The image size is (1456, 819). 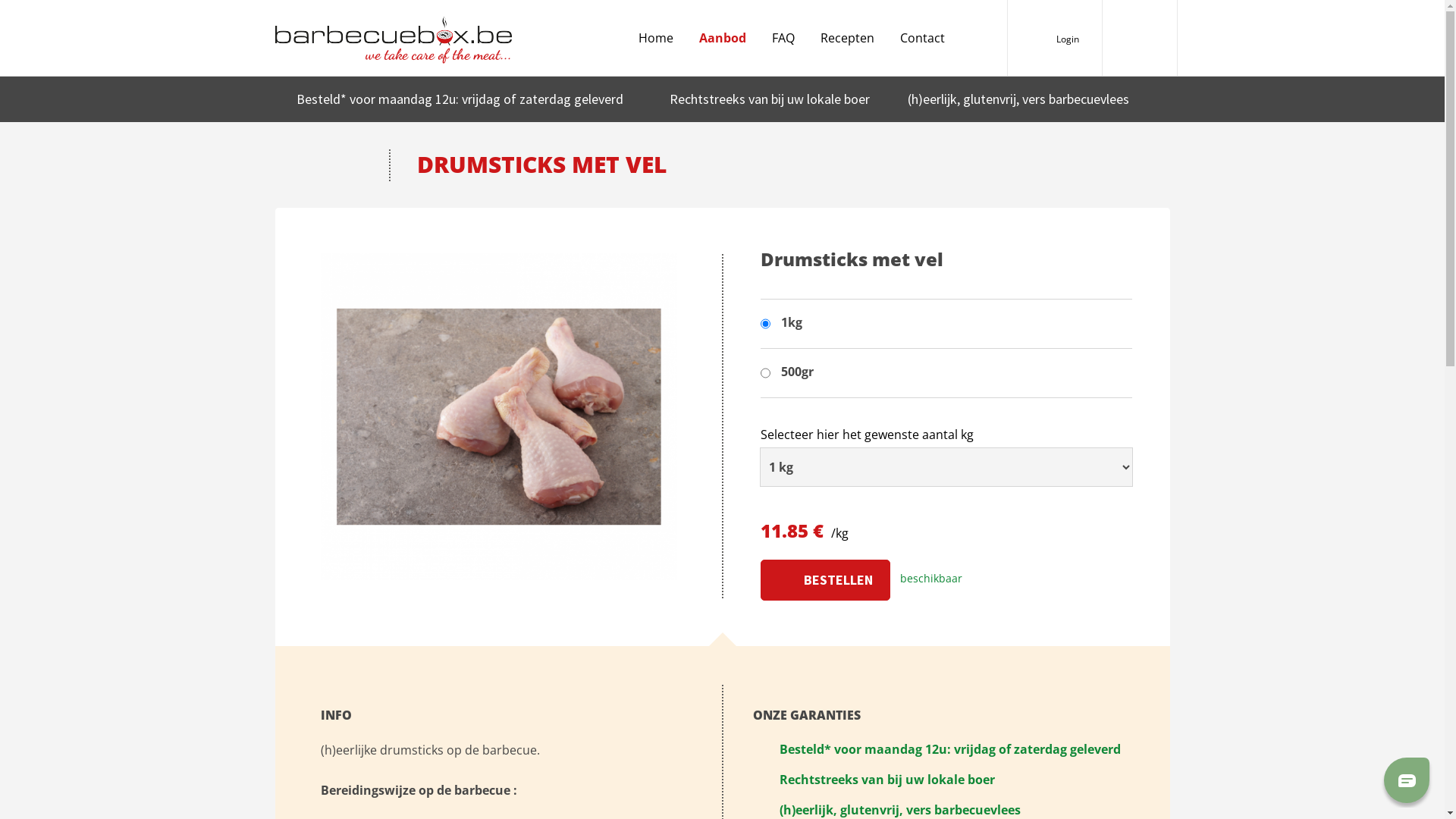 I want to click on 'Gebruiker', so click(x=1032, y=37).